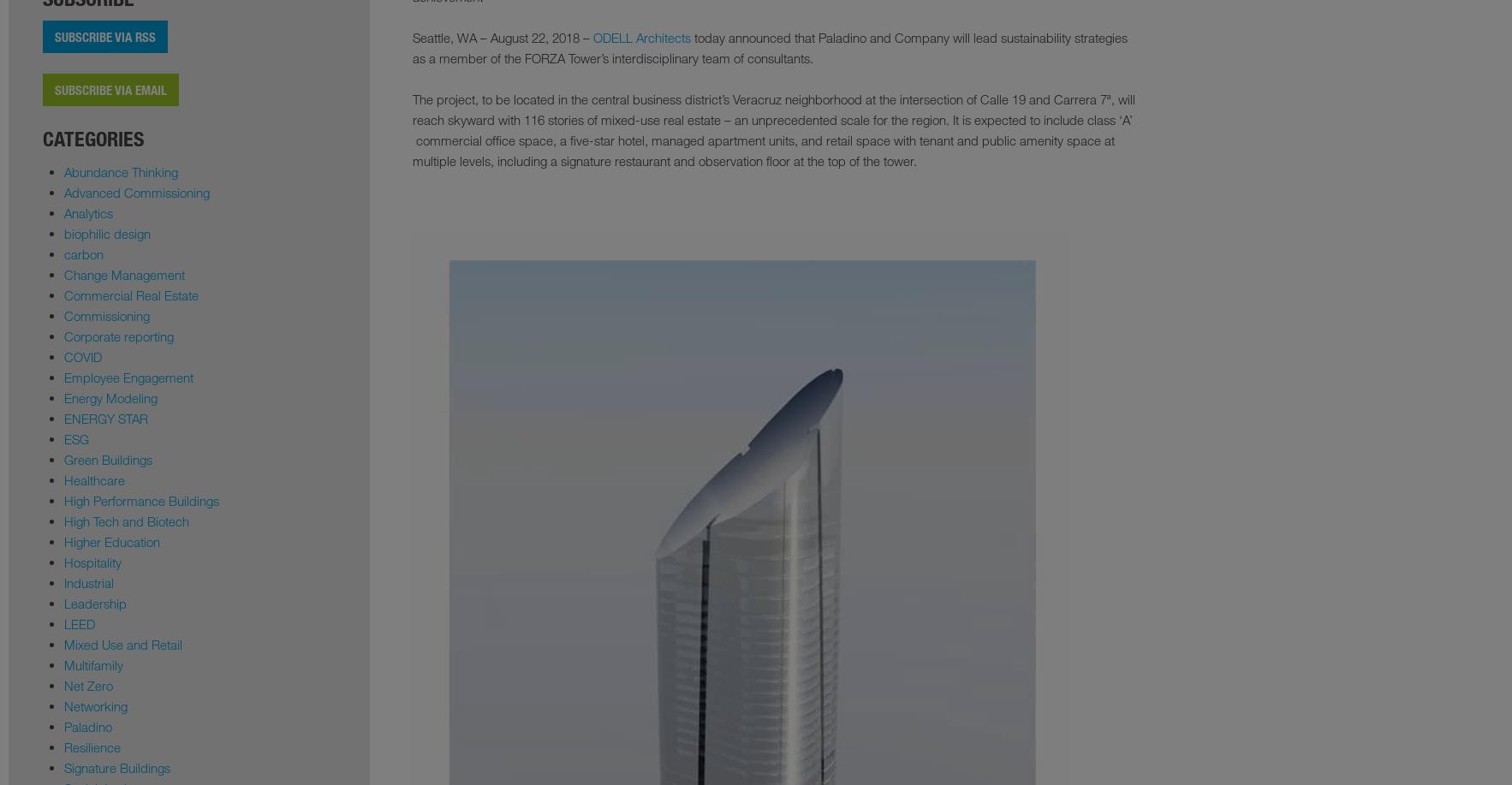 The height and width of the screenshot is (785, 1512). Describe the element at coordinates (106, 315) in the screenshot. I see `'Commissioning'` at that location.